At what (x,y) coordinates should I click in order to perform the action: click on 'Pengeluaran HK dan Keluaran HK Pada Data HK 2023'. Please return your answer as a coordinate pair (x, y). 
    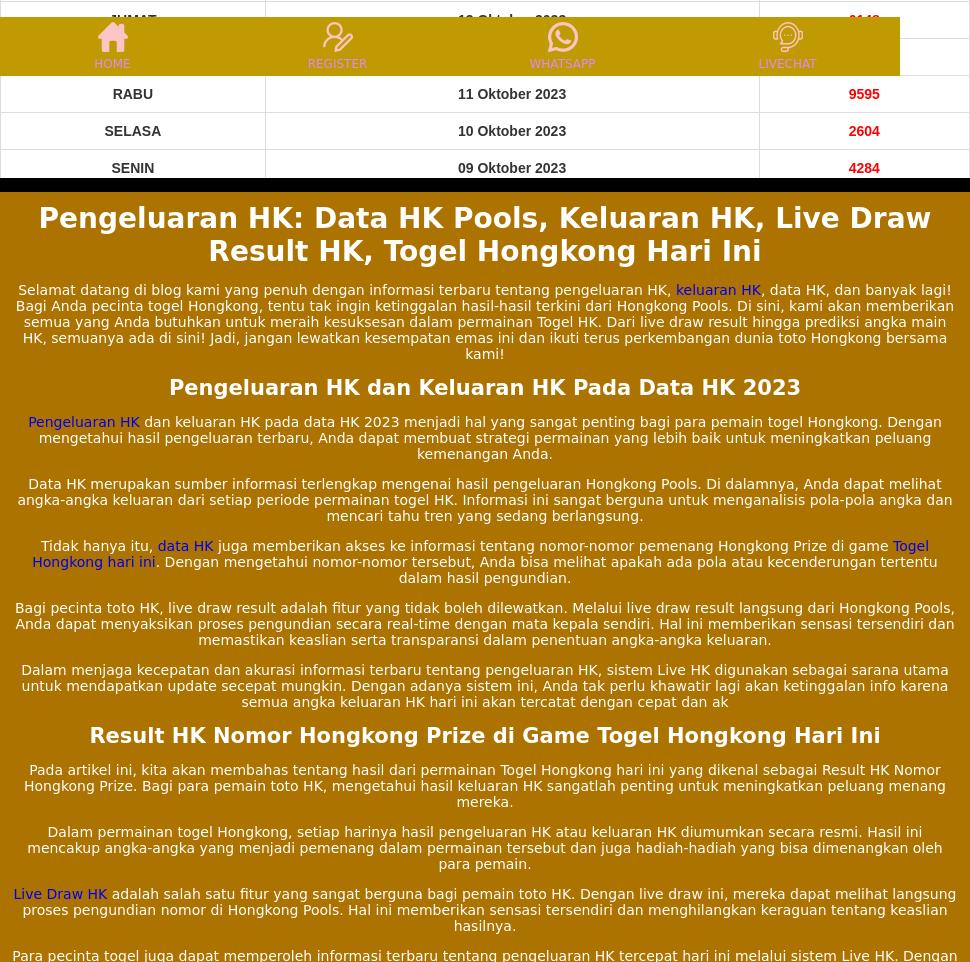
    Looking at the image, I should click on (483, 386).